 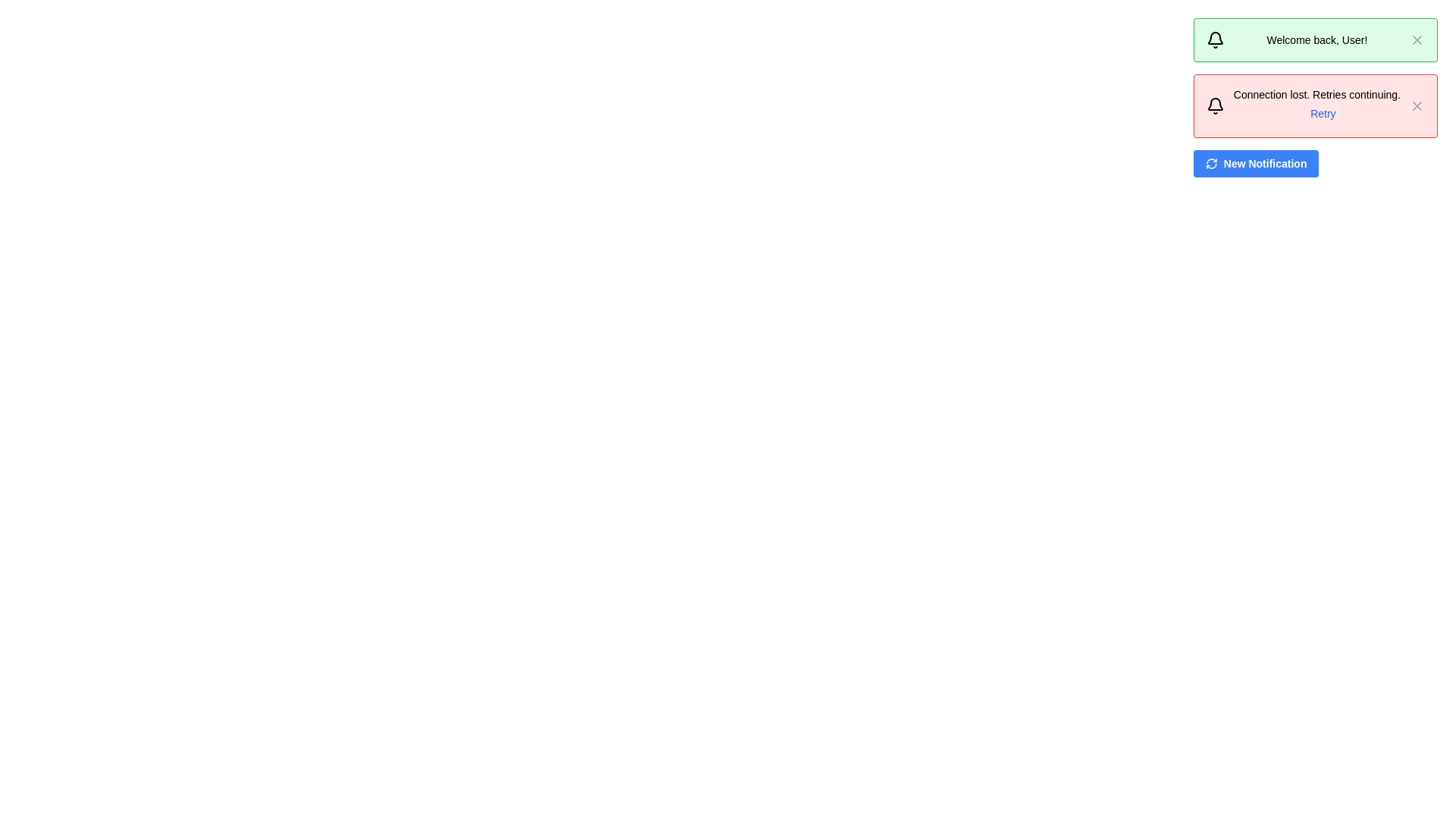 I want to click on the circular arrow icon with a blue background and white outline, which is located to the left of the text label in the 'New Notification' button, so click(x=1210, y=164).